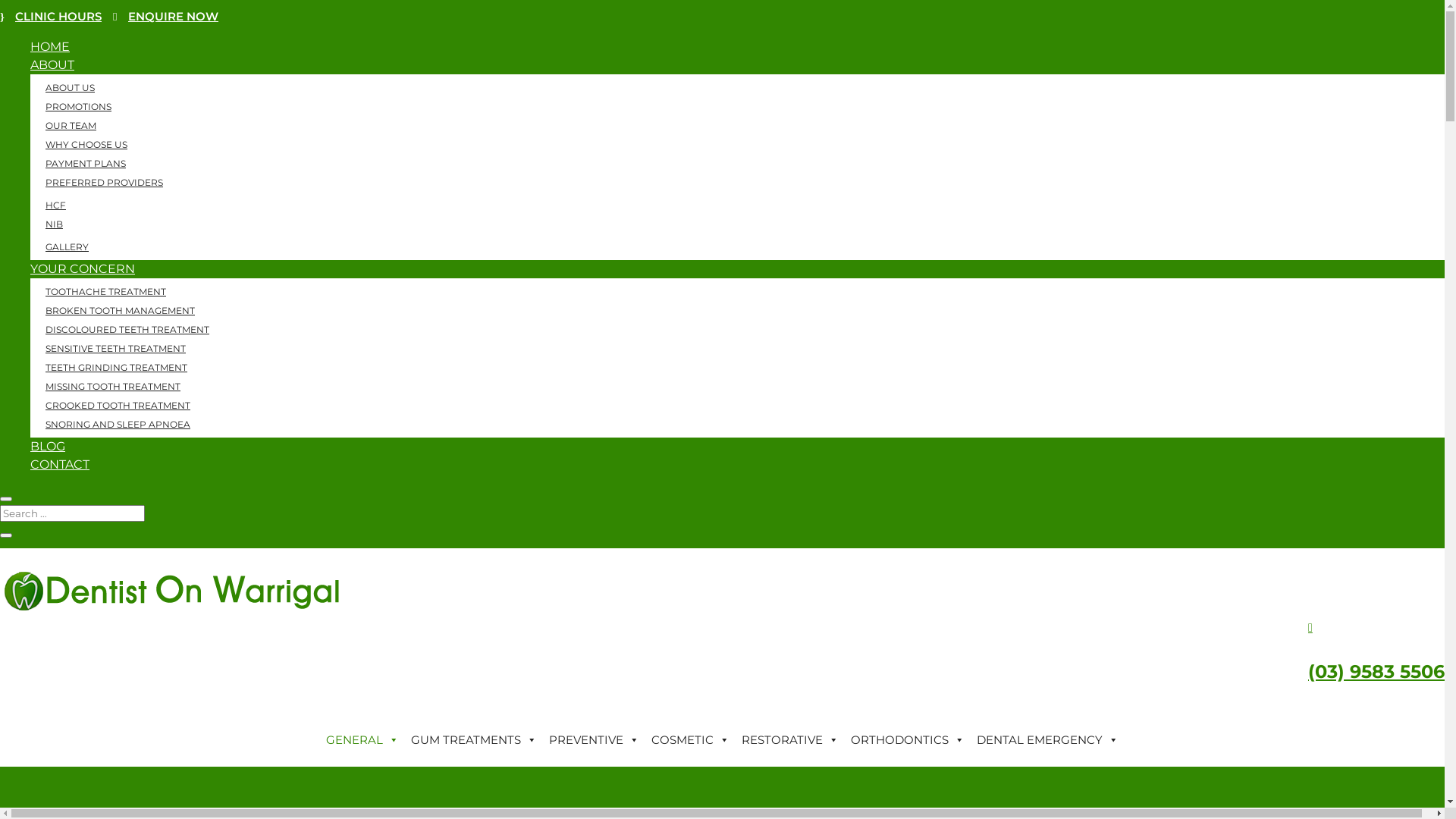  I want to click on 'DISCOLOURED TEETH TREATMENT', so click(127, 328).